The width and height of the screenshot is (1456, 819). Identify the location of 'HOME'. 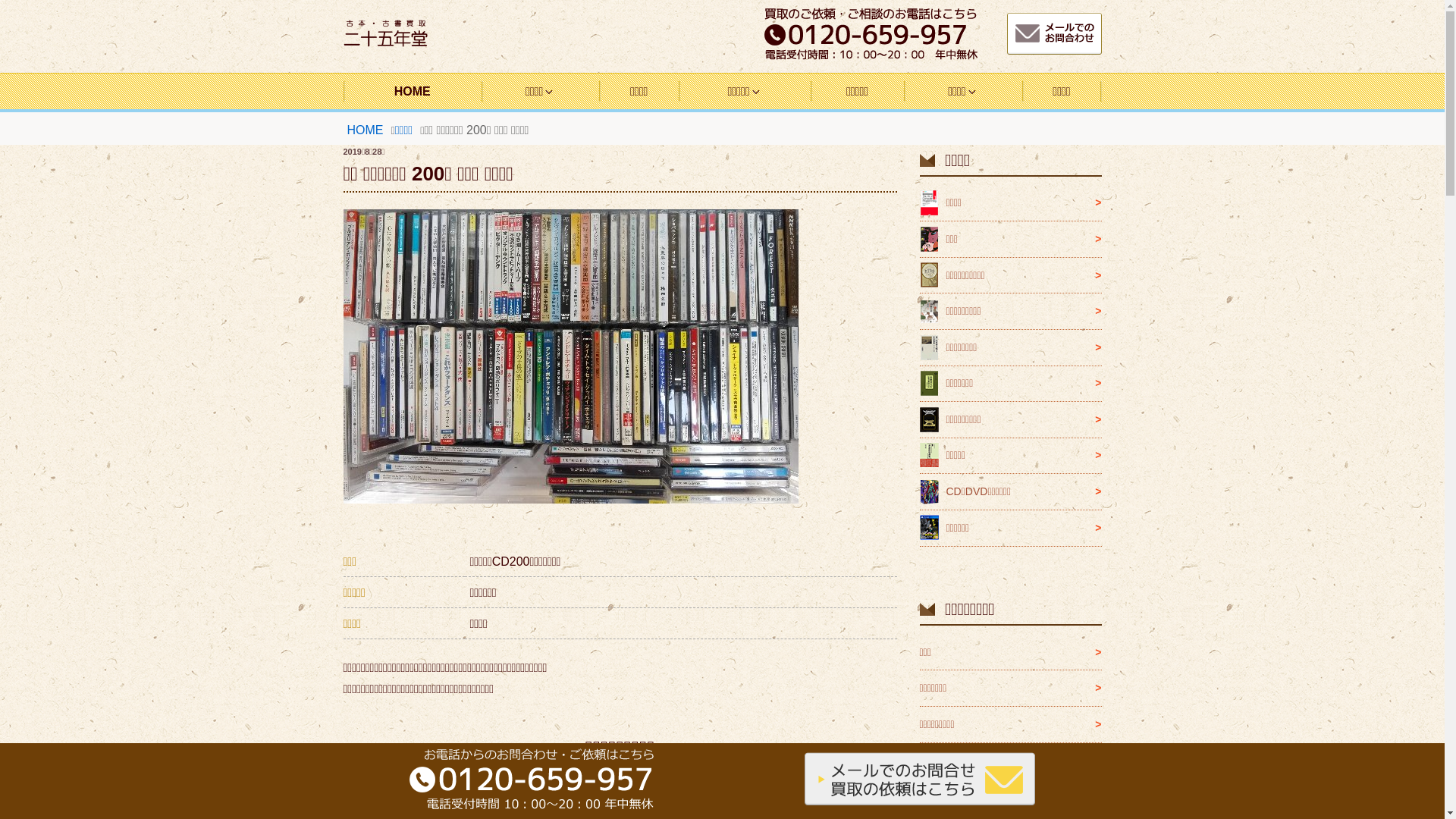
(341, 91).